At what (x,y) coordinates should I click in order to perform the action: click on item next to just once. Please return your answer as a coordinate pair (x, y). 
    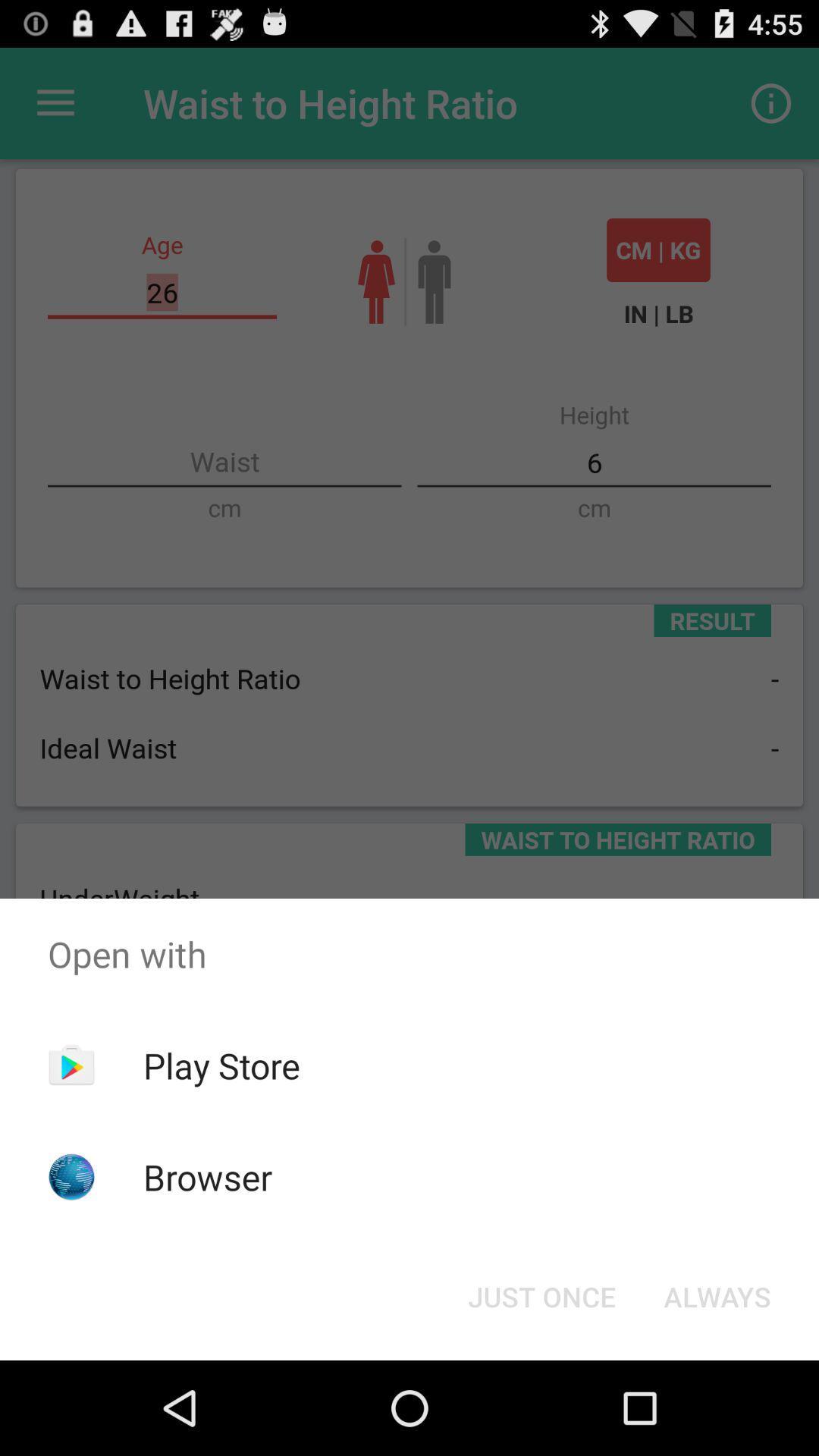
    Looking at the image, I should click on (717, 1295).